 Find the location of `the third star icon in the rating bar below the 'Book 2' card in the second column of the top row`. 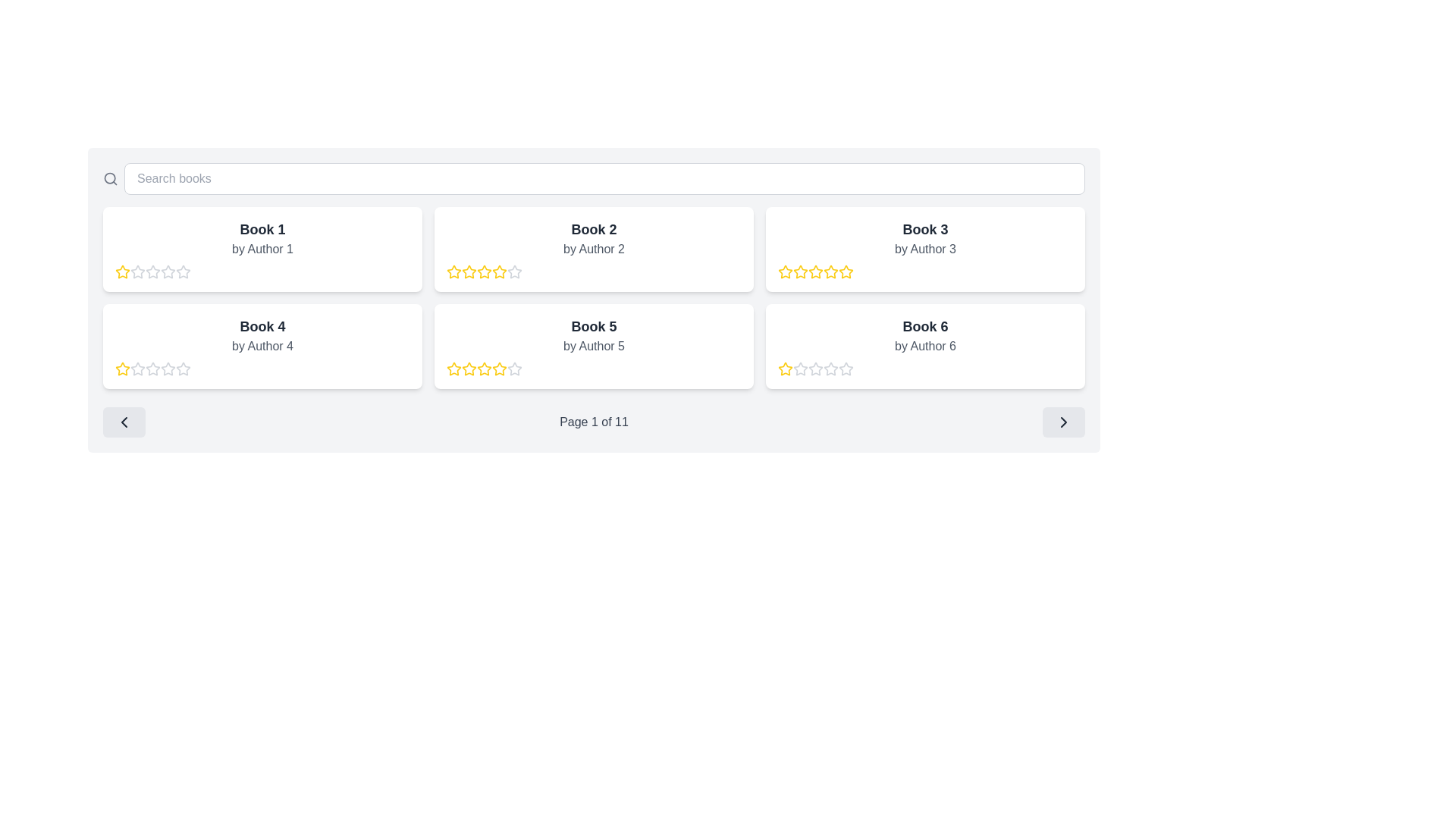

the third star icon in the rating bar below the 'Book 2' card in the second column of the top row is located at coordinates (483, 271).